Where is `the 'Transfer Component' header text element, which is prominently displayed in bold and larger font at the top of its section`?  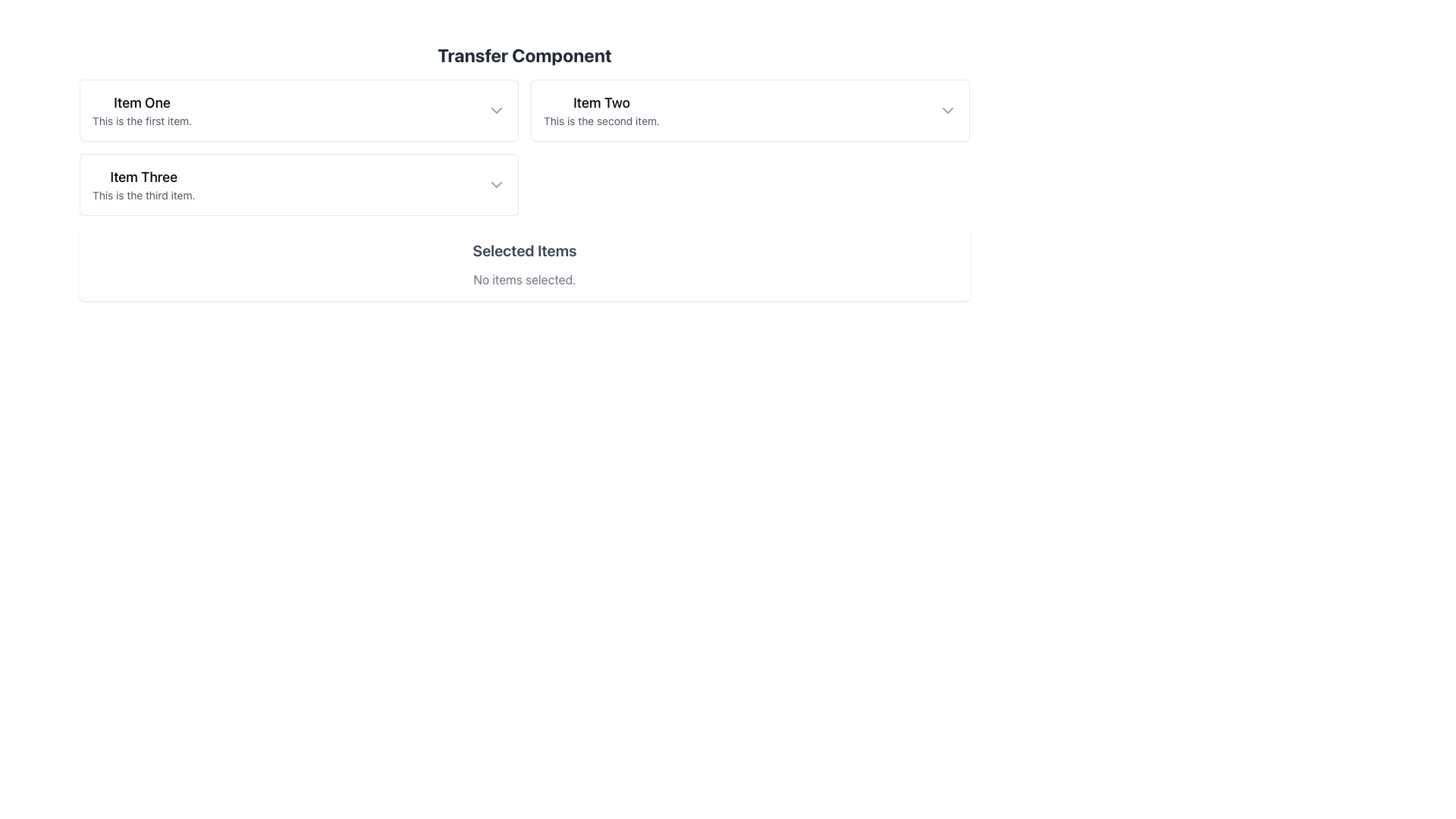
the 'Transfer Component' header text element, which is prominently displayed in bold and larger font at the top of its section is located at coordinates (524, 55).